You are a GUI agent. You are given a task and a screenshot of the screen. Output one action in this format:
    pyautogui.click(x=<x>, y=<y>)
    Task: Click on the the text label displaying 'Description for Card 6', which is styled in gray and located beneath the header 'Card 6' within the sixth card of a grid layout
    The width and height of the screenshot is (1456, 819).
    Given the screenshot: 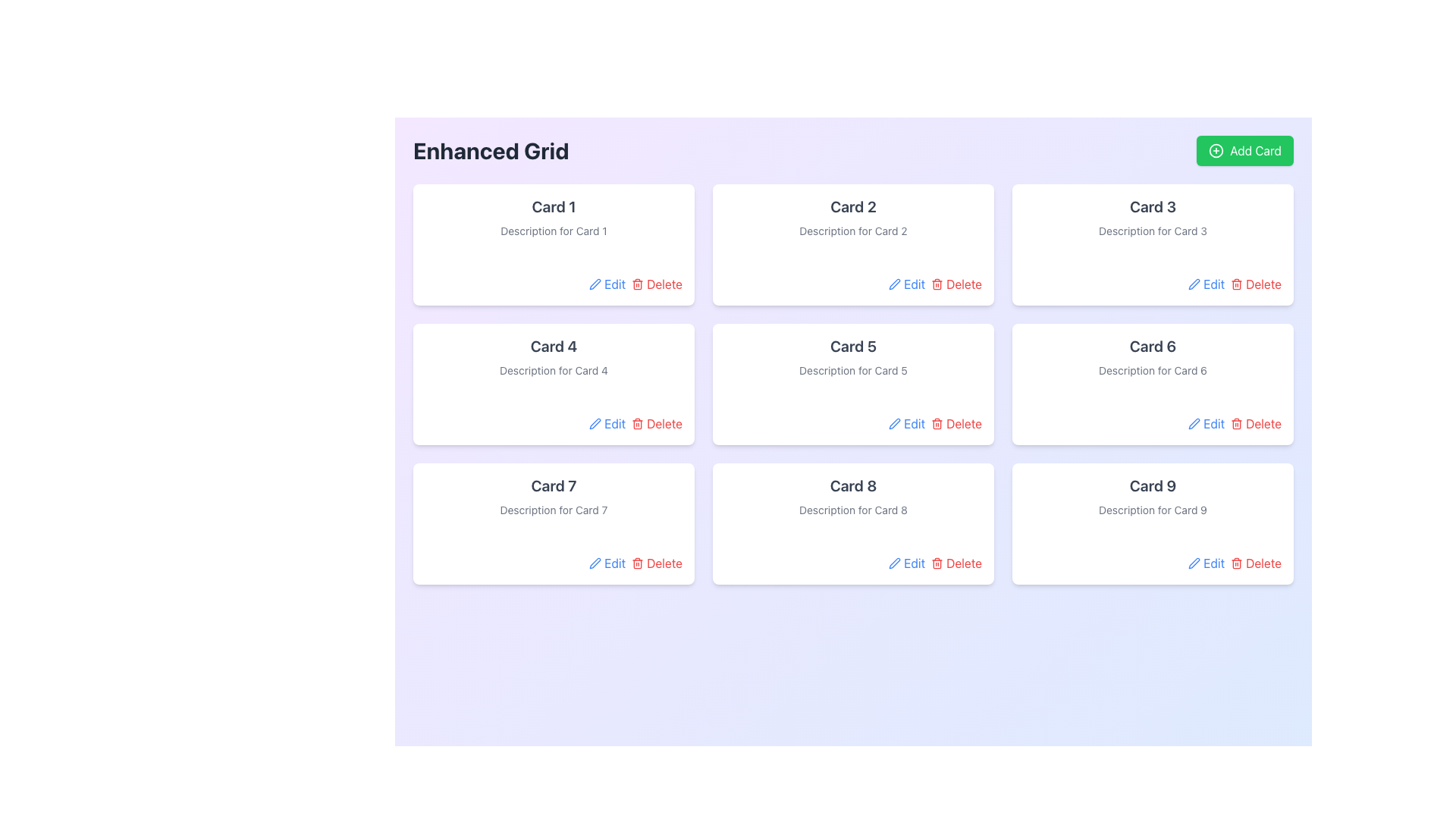 What is the action you would take?
    pyautogui.click(x=1153, y=371)
    